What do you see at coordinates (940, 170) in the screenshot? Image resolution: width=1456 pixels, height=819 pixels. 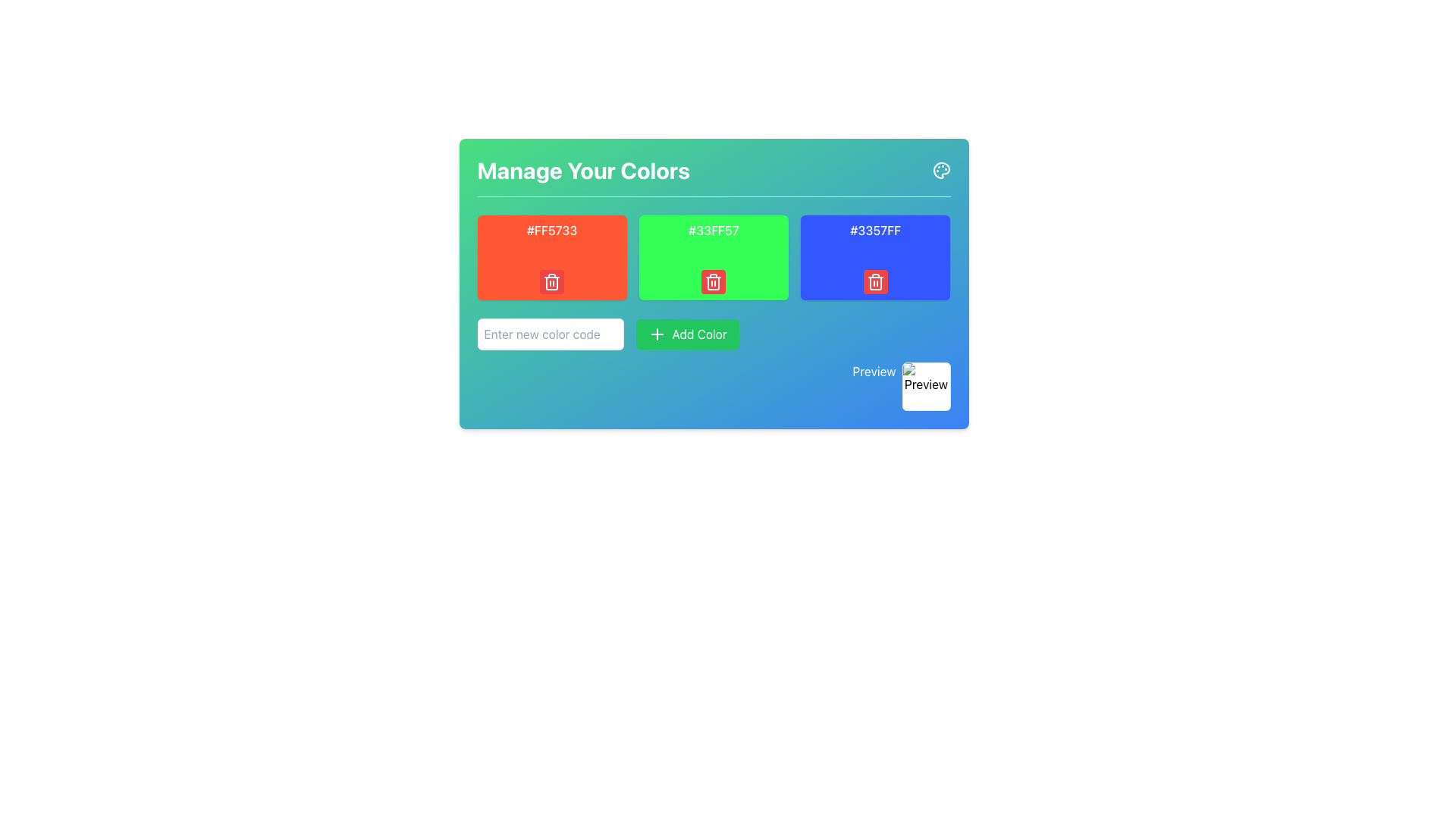 I see `the color palette management icon located at the top-right corner of the 'Manage Your Colors' card` at bounding box center [940, 170].